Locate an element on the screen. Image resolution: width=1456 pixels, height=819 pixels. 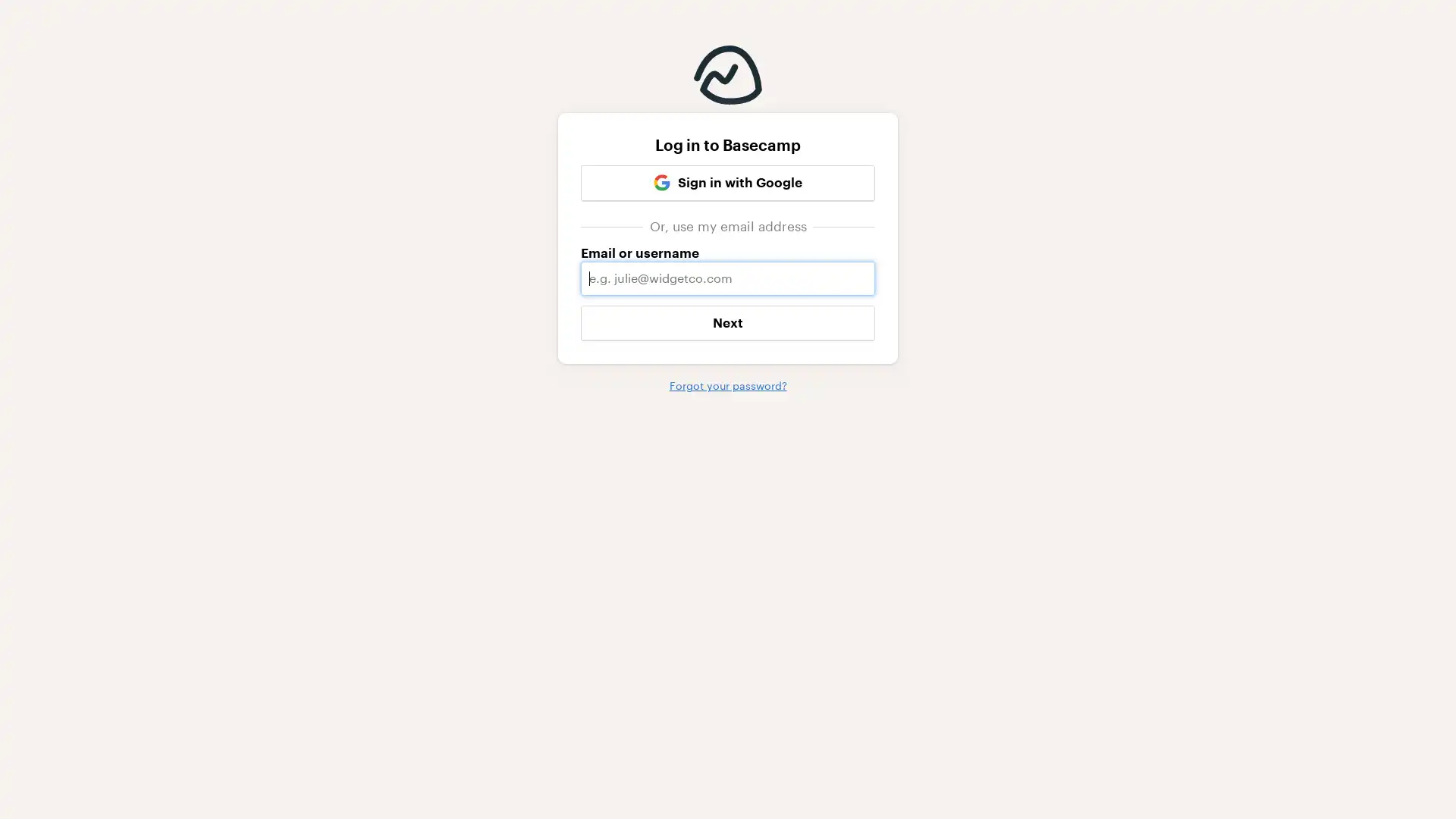
Next is located at coordinates (728, 322).